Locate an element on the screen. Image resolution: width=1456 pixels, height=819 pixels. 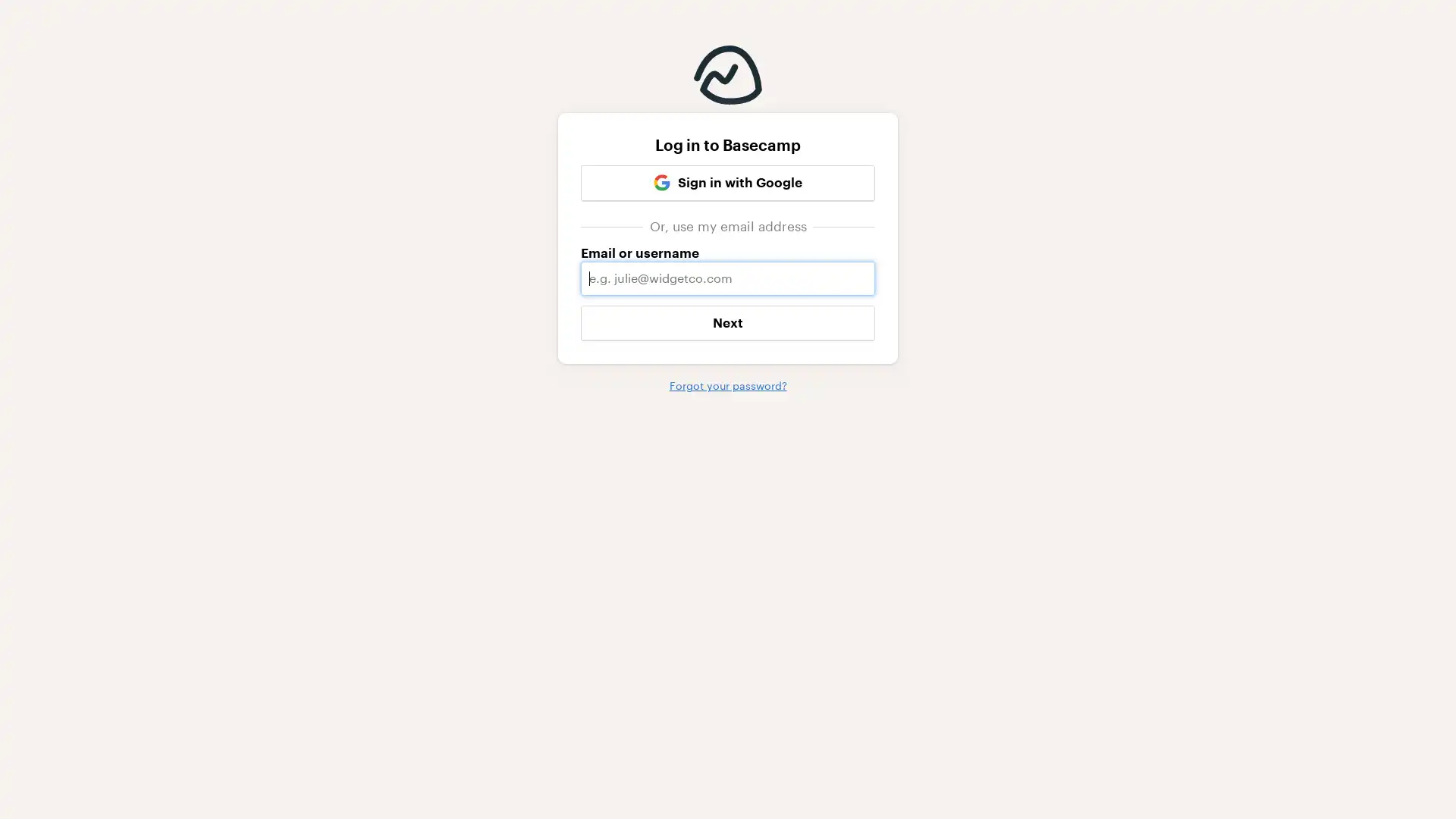
Next is located at coordinates (728, 322).